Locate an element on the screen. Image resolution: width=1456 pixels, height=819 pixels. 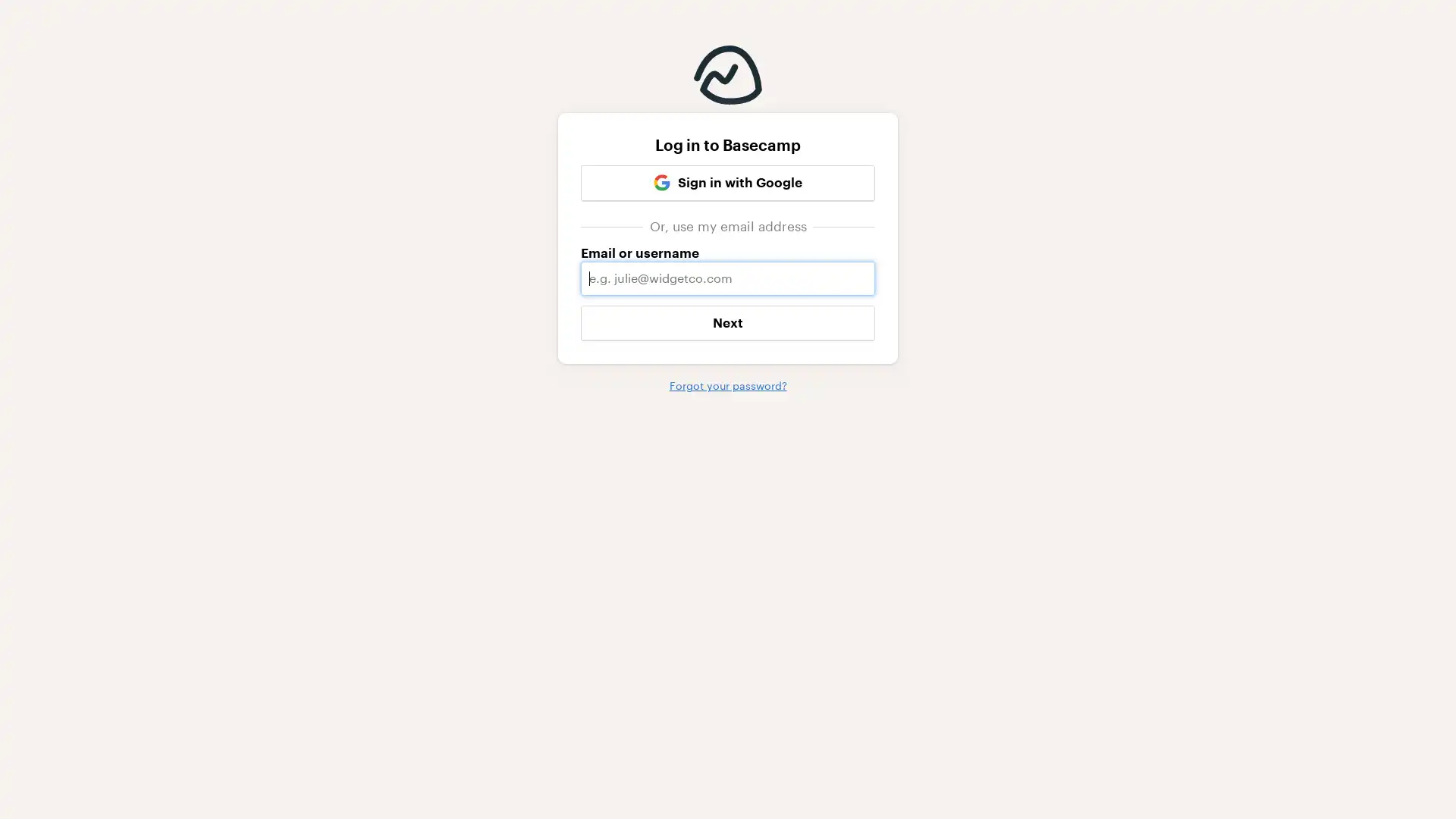
Next is located at coordinates (728, 322).